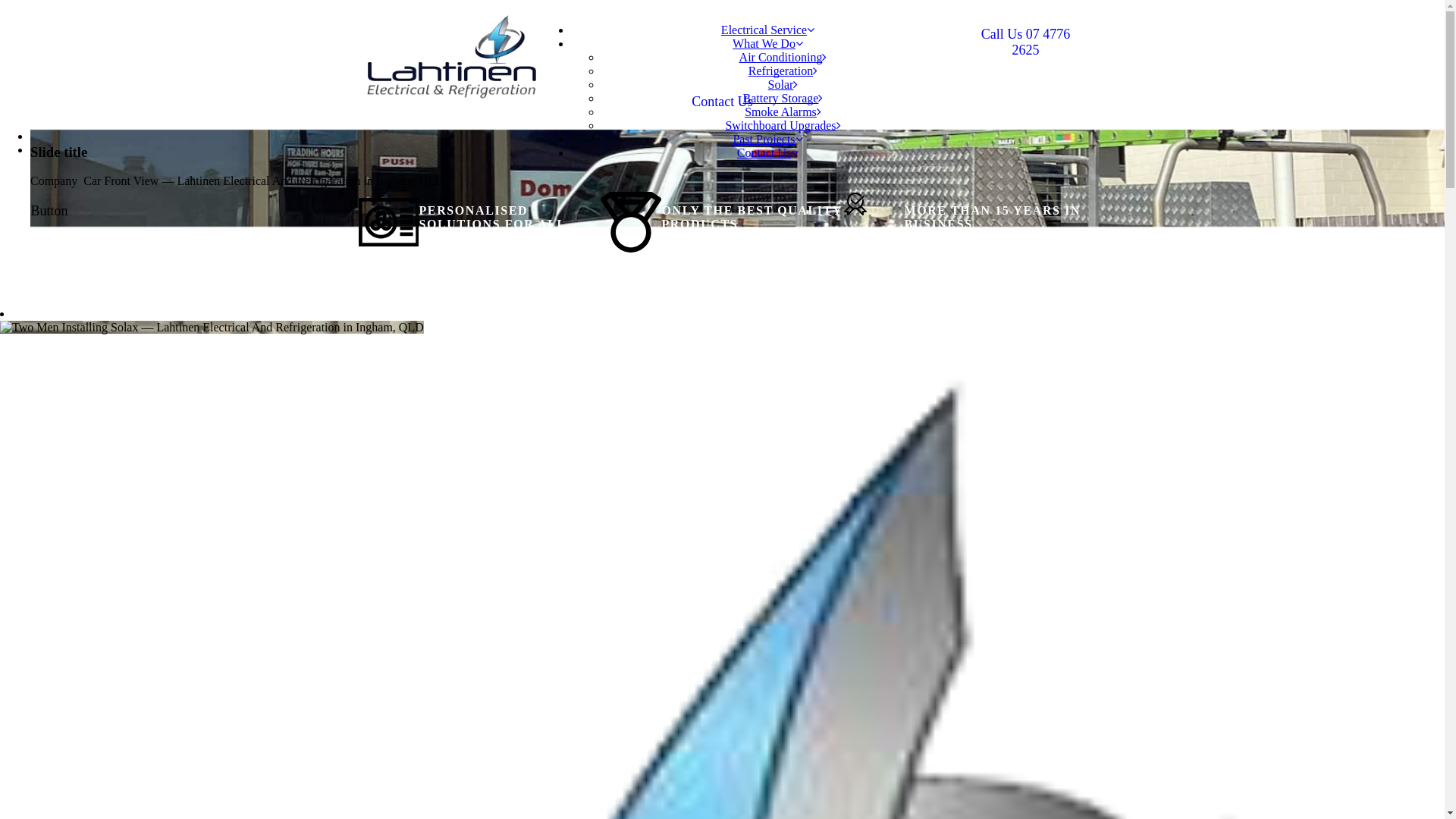  What do you see at coordinates (783, 71) in the screenshot?
I see `'Refrigeration'` at bounding box center [783, 71].